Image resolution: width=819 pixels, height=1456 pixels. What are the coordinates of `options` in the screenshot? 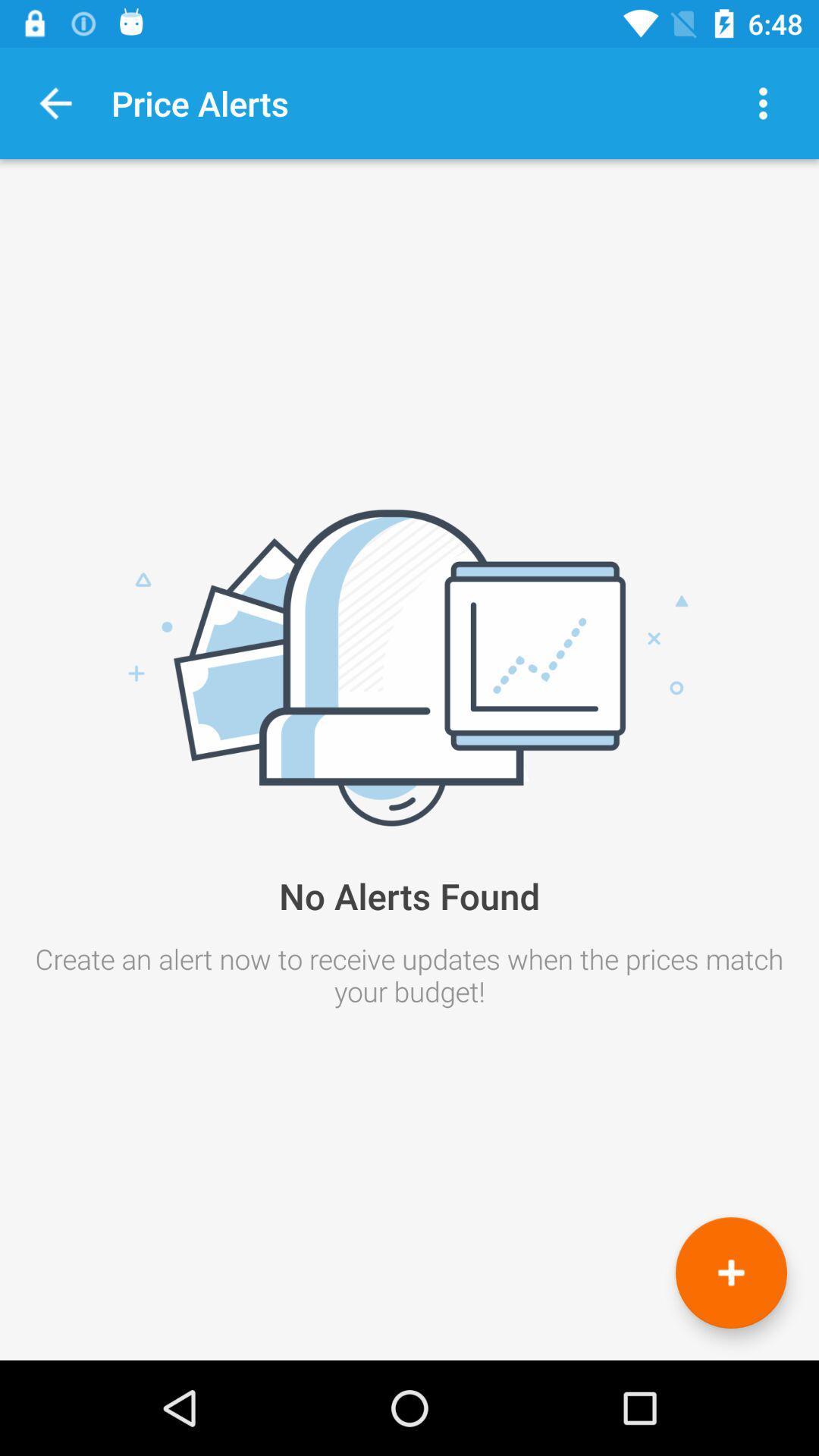 It's located at (763, 102).